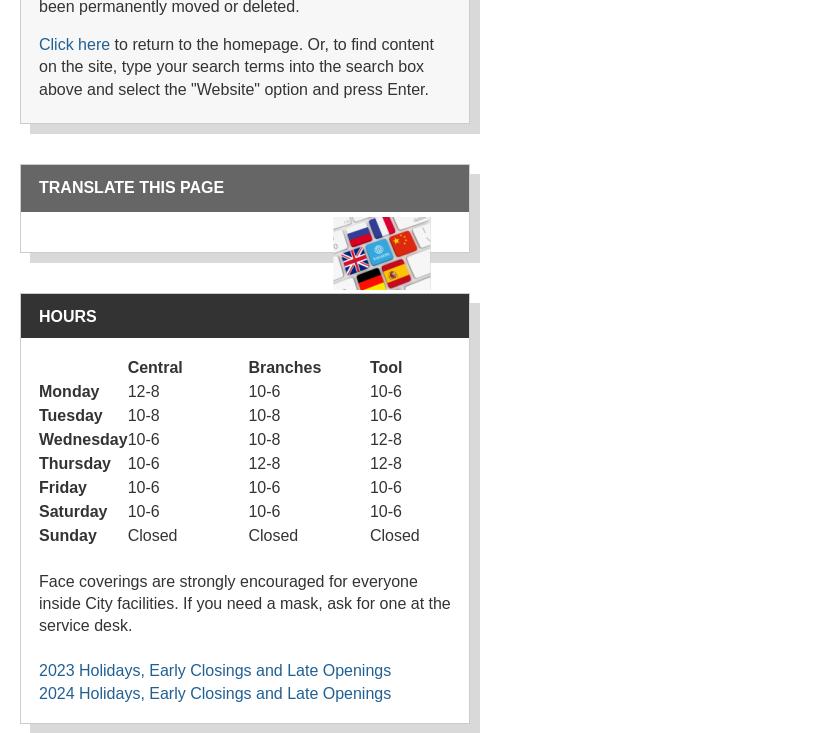  I want to click on 'Friday', so click(63, 486).